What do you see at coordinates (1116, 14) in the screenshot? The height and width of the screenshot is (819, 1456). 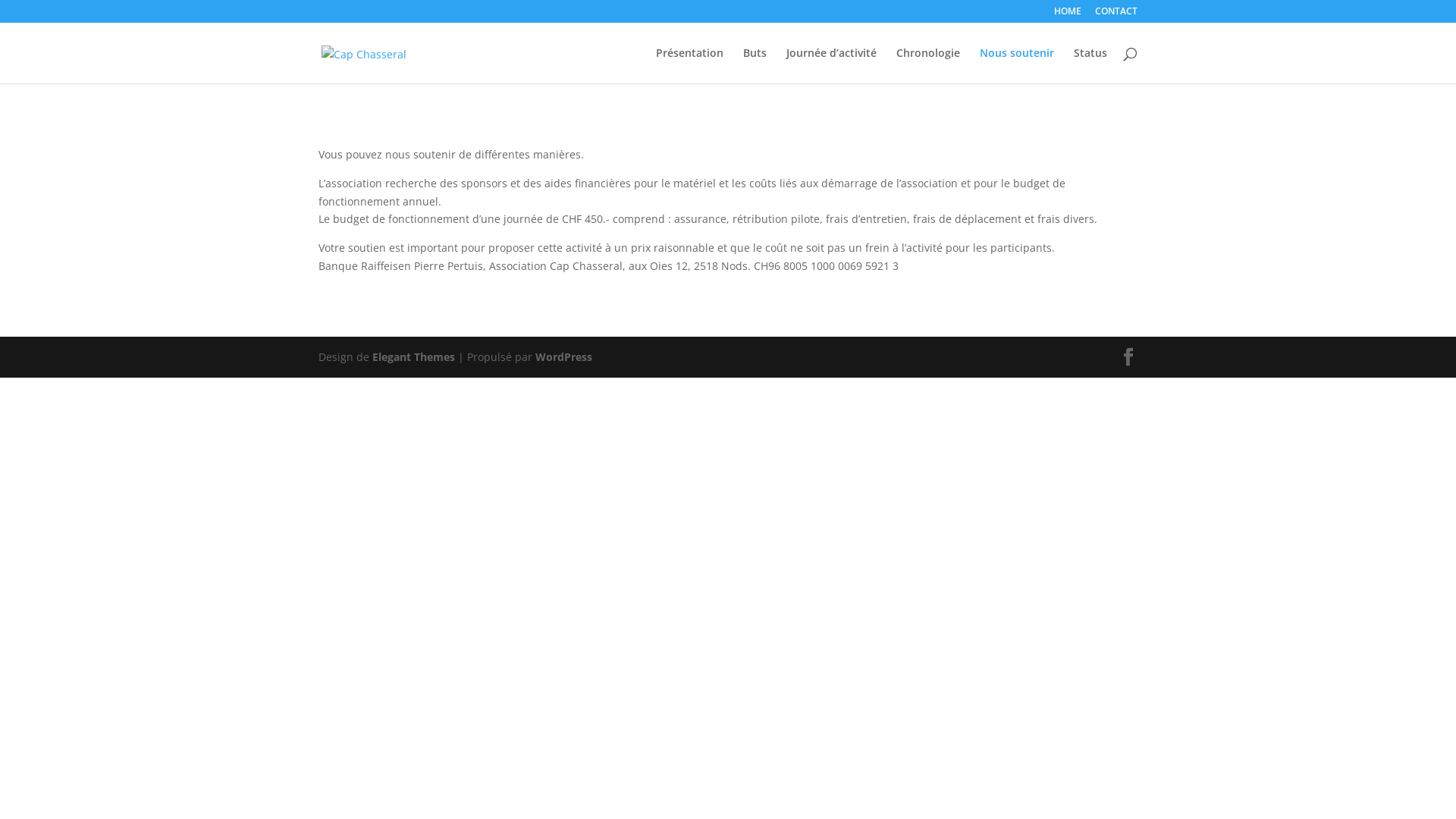 I see `'CONTACT'` at bounding box center [1116, 14].